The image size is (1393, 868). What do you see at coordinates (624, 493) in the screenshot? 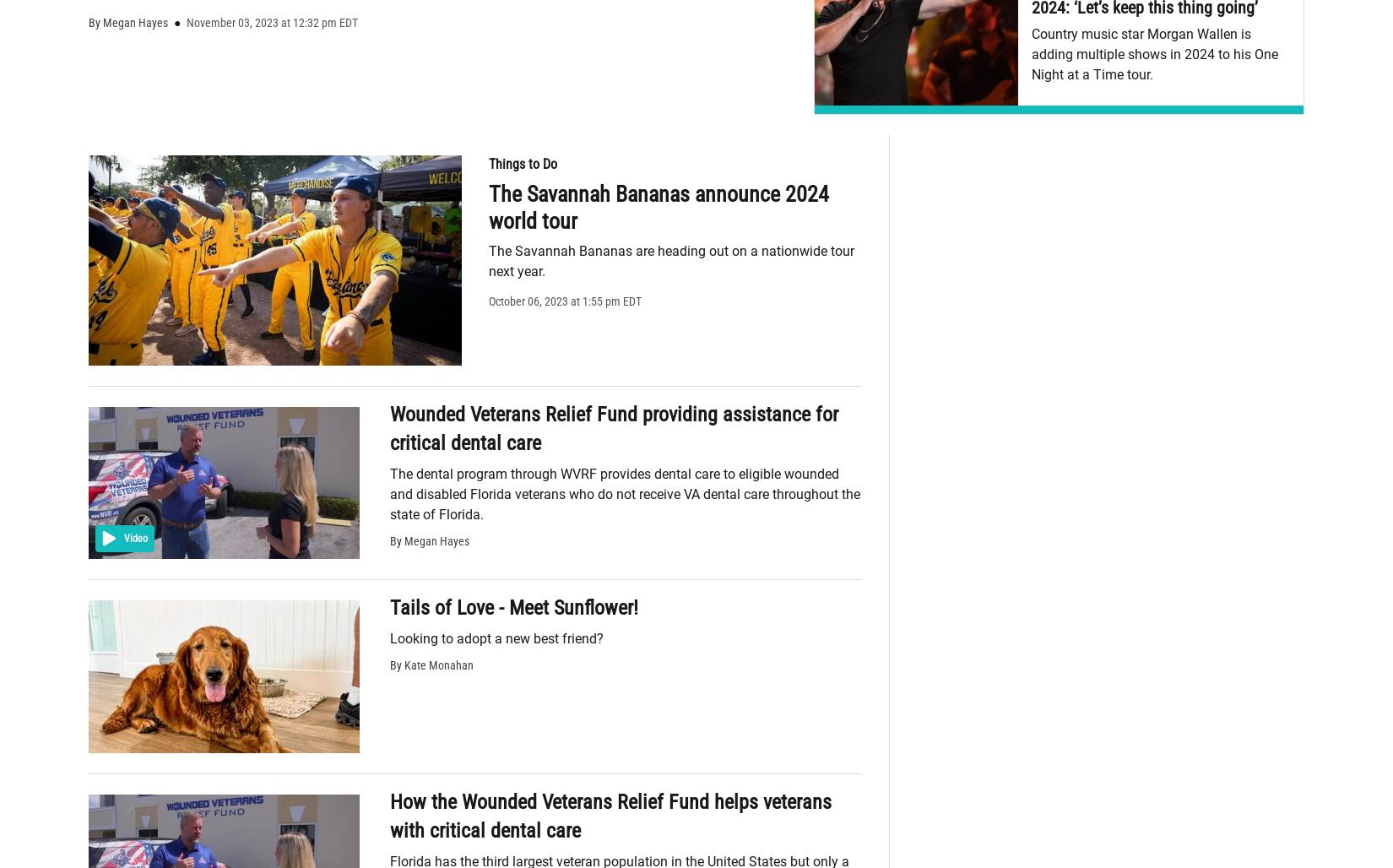
I see `'The dental program through WVRF provides dental care to eligible wounded and disabled Florida veterans who do not receive VA dental care throughout the state of Florida.'` at bounding box center [624, 493].